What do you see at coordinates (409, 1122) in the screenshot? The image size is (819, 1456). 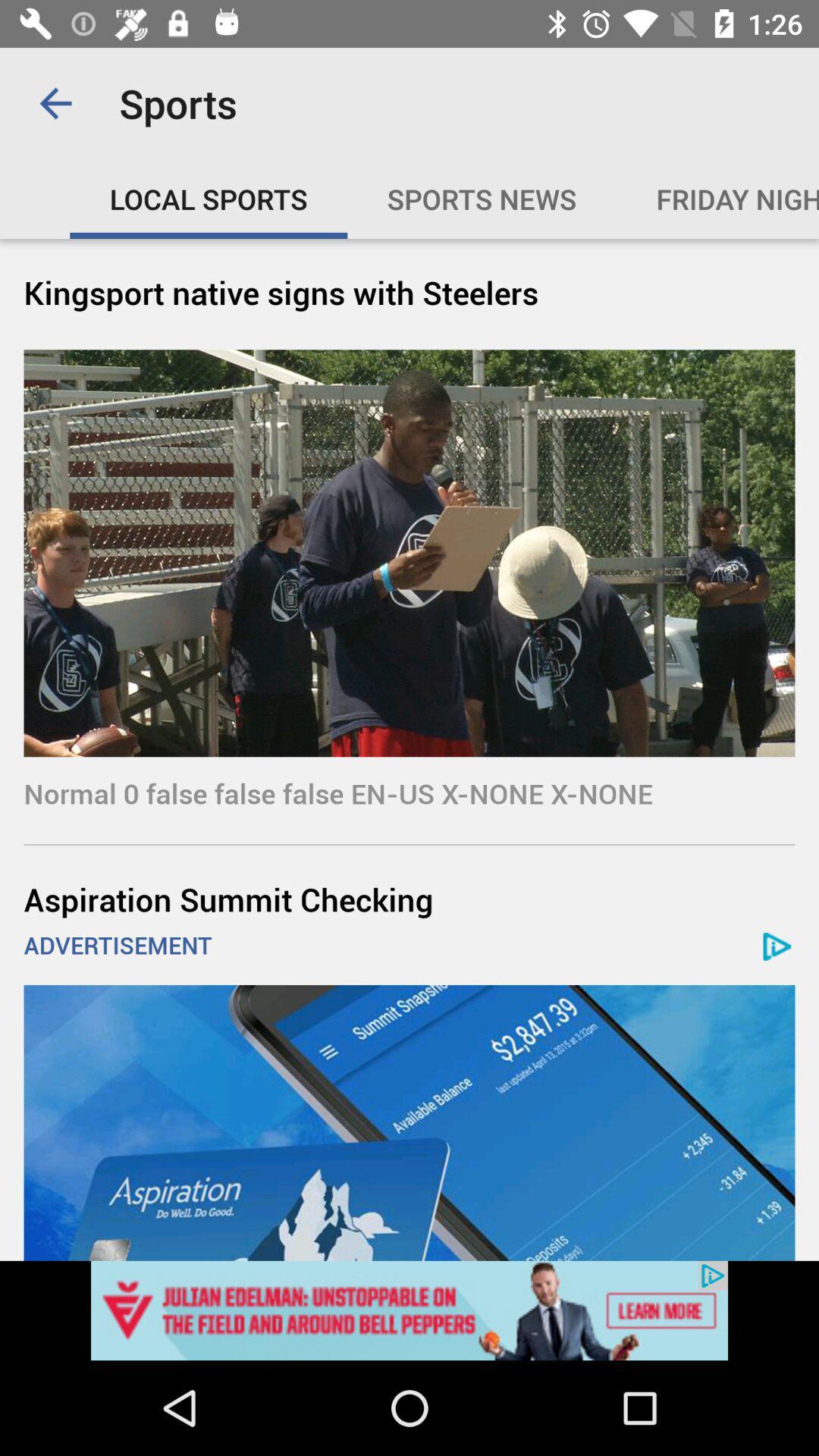 I see `this option advertisement` at bounding box center [409, 1122].